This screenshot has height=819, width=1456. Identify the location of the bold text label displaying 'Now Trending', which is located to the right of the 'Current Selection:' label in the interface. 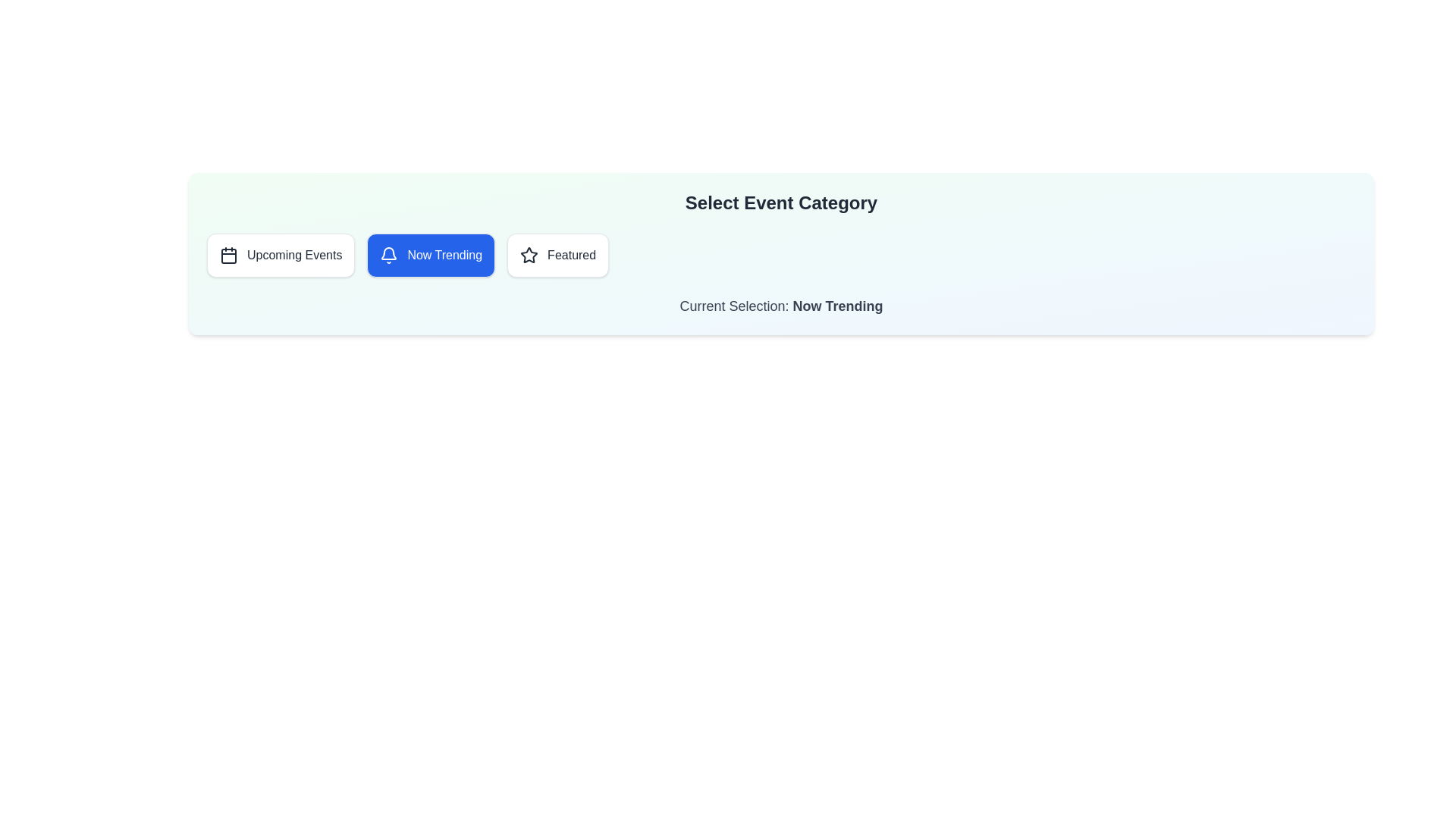
(836, 306).